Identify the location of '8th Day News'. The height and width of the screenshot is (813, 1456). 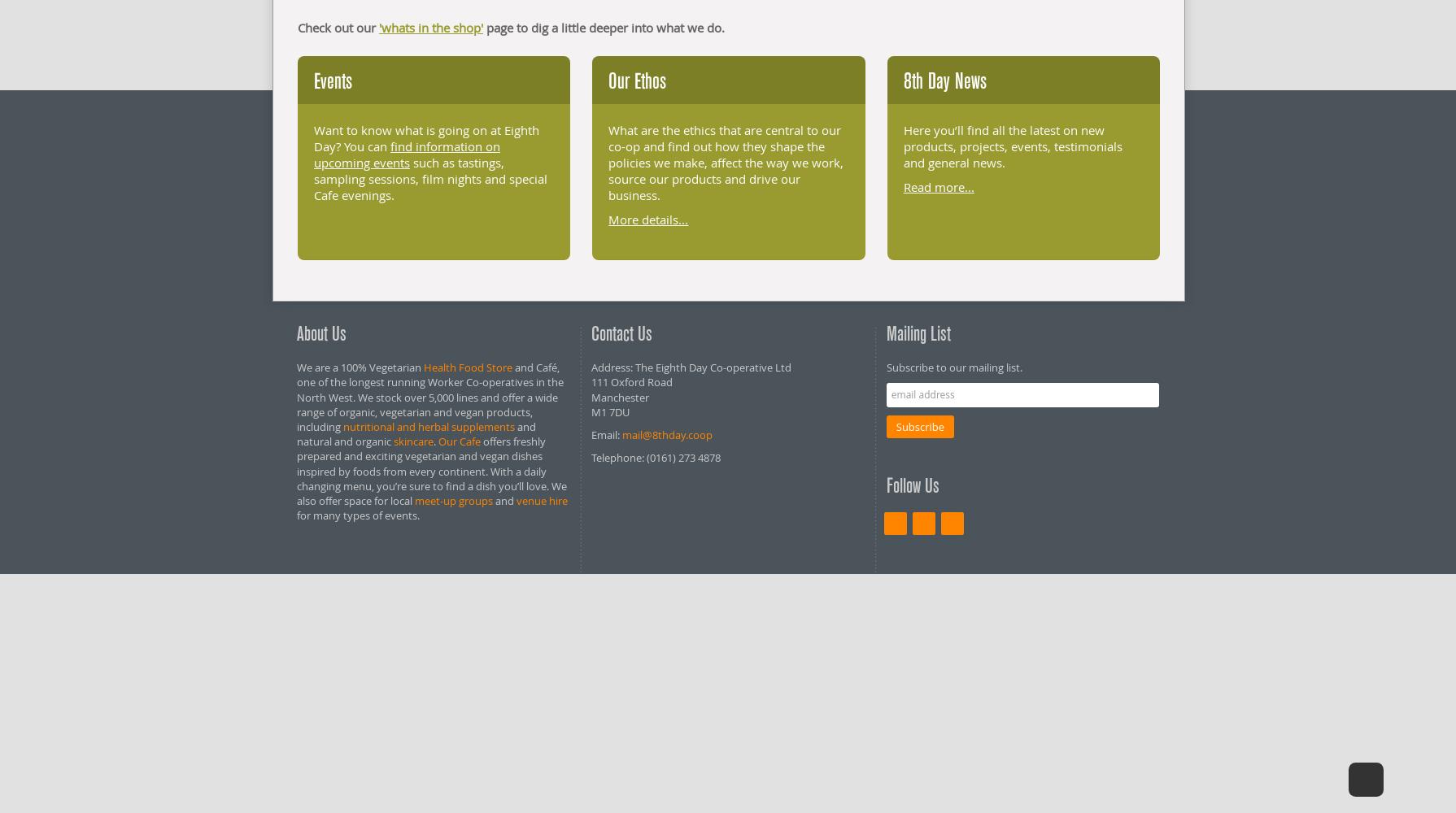
(944, 80).